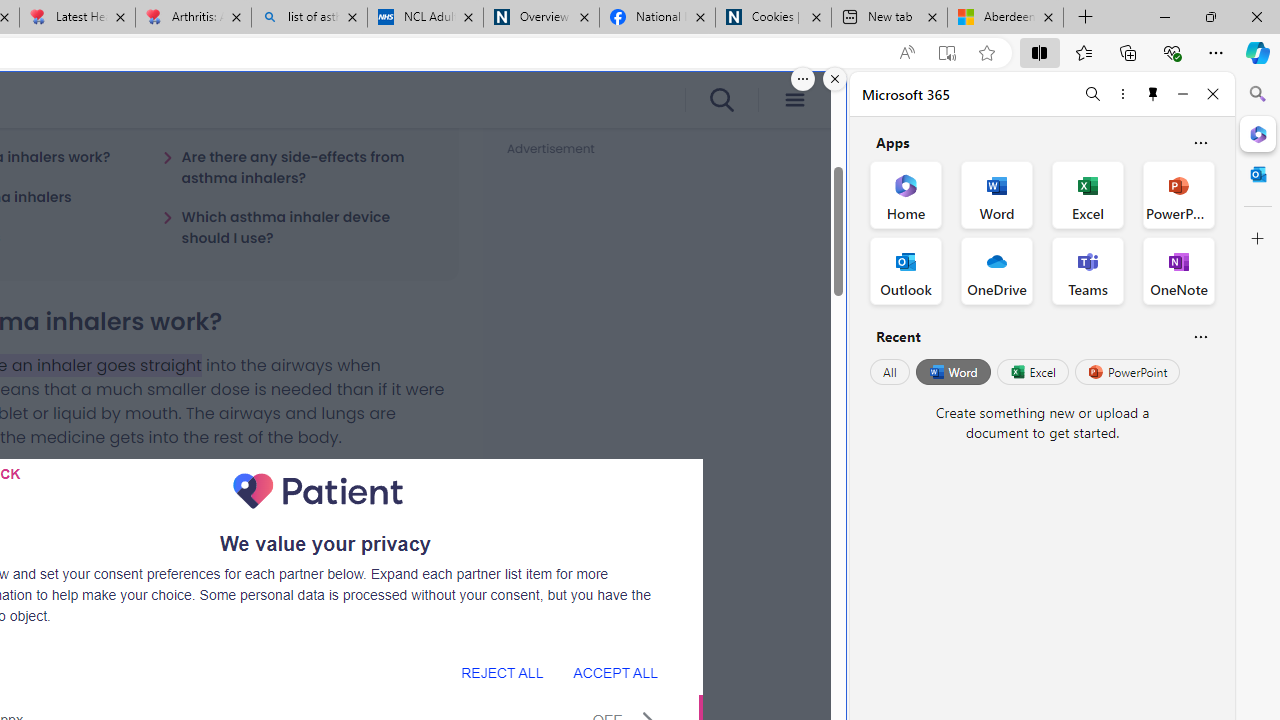  Describe the element at coordinates (1128, 51) in the screenshot. I see `'Collections'` at that location.